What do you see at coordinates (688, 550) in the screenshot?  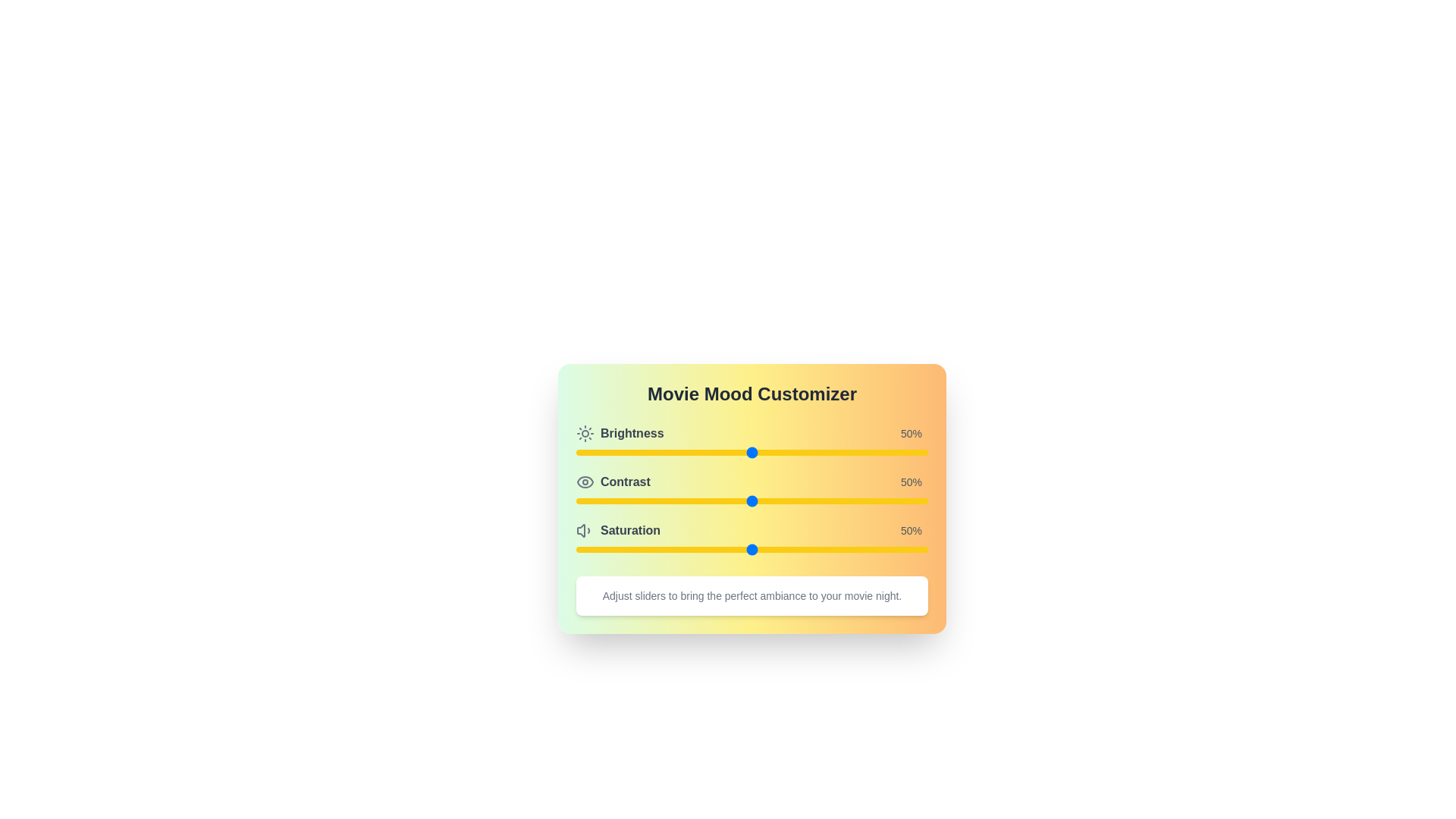 I see `the slider` at bounding box center [688, 550].